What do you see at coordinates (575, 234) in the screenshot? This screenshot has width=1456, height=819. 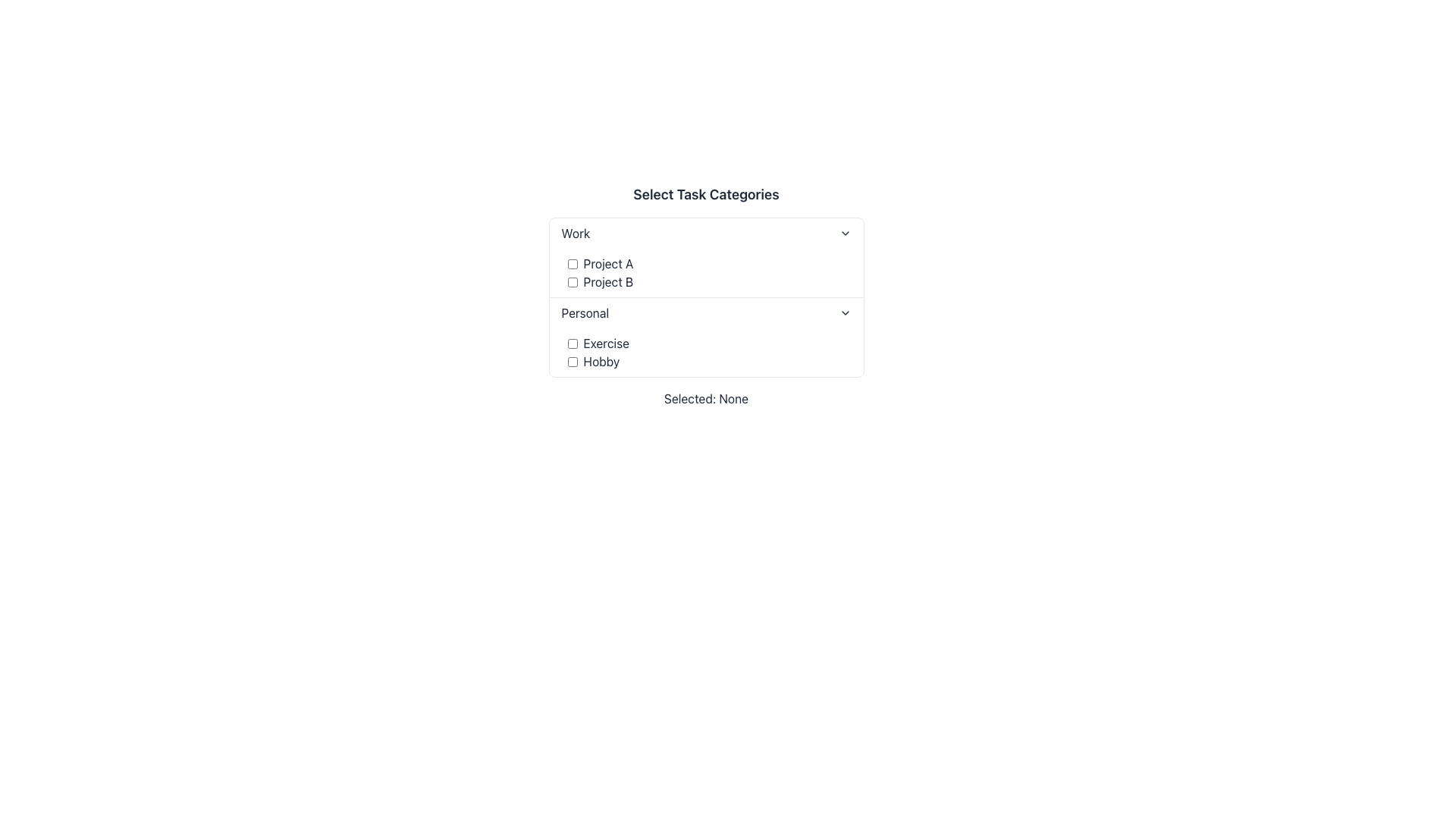 I see `the 'Work' label text in the dropdown menu` at bounding box center [575, 234].